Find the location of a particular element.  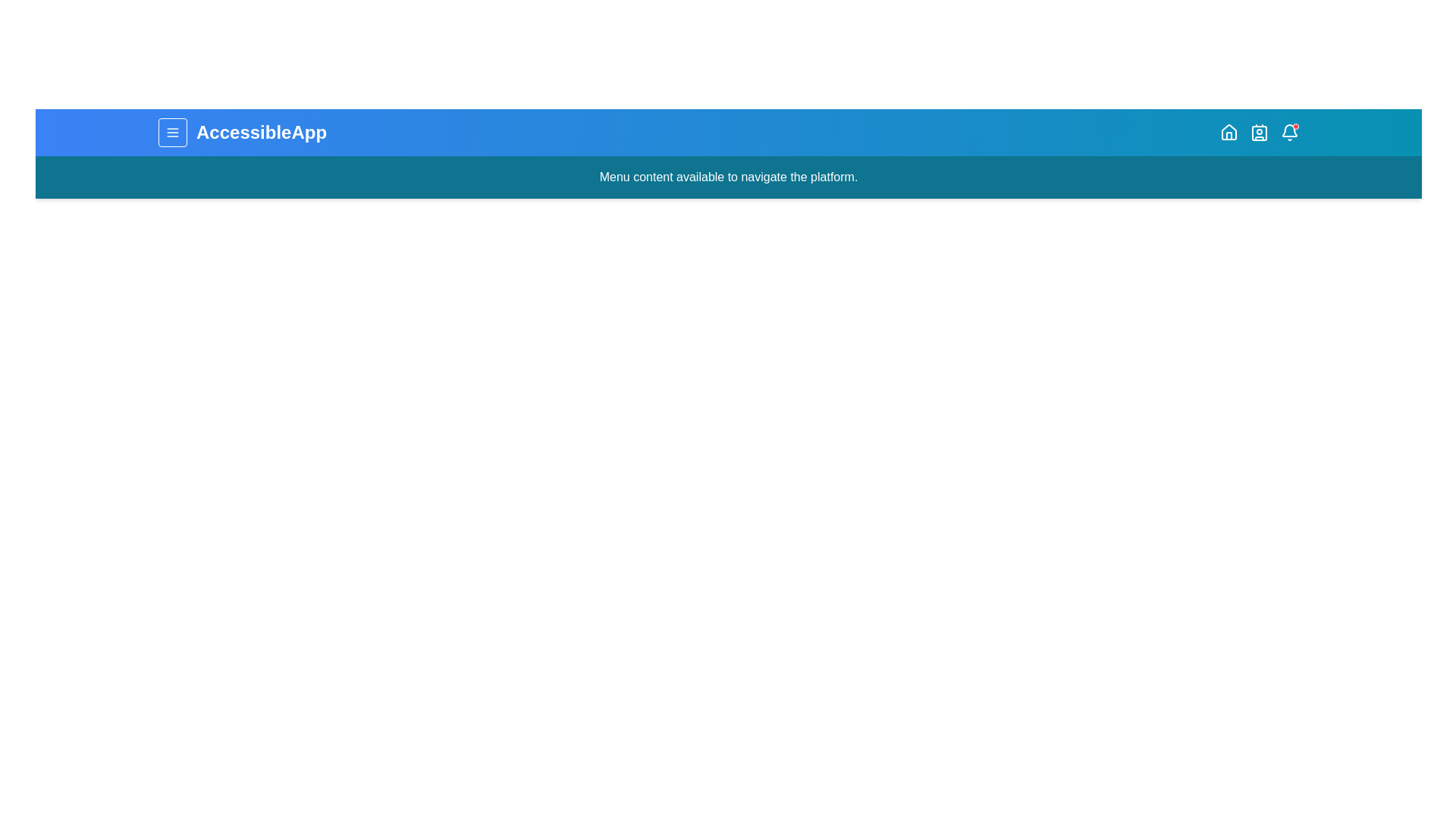

the Bell icon to check notifications is located at coordinates (1288, 131).